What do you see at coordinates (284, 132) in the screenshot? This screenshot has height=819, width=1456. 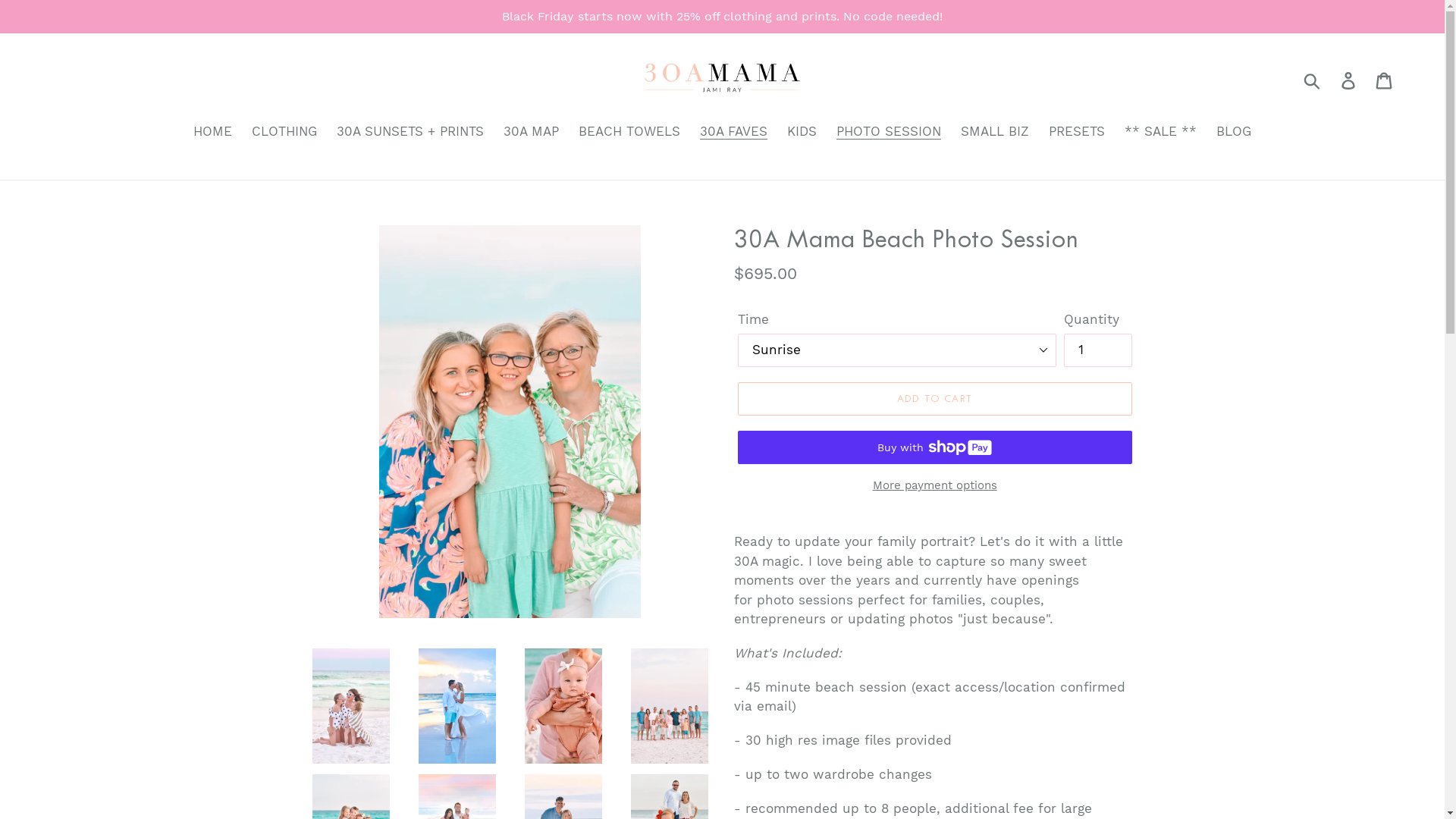 I see `'CLOTHING'` at bounding box center [284, 132].